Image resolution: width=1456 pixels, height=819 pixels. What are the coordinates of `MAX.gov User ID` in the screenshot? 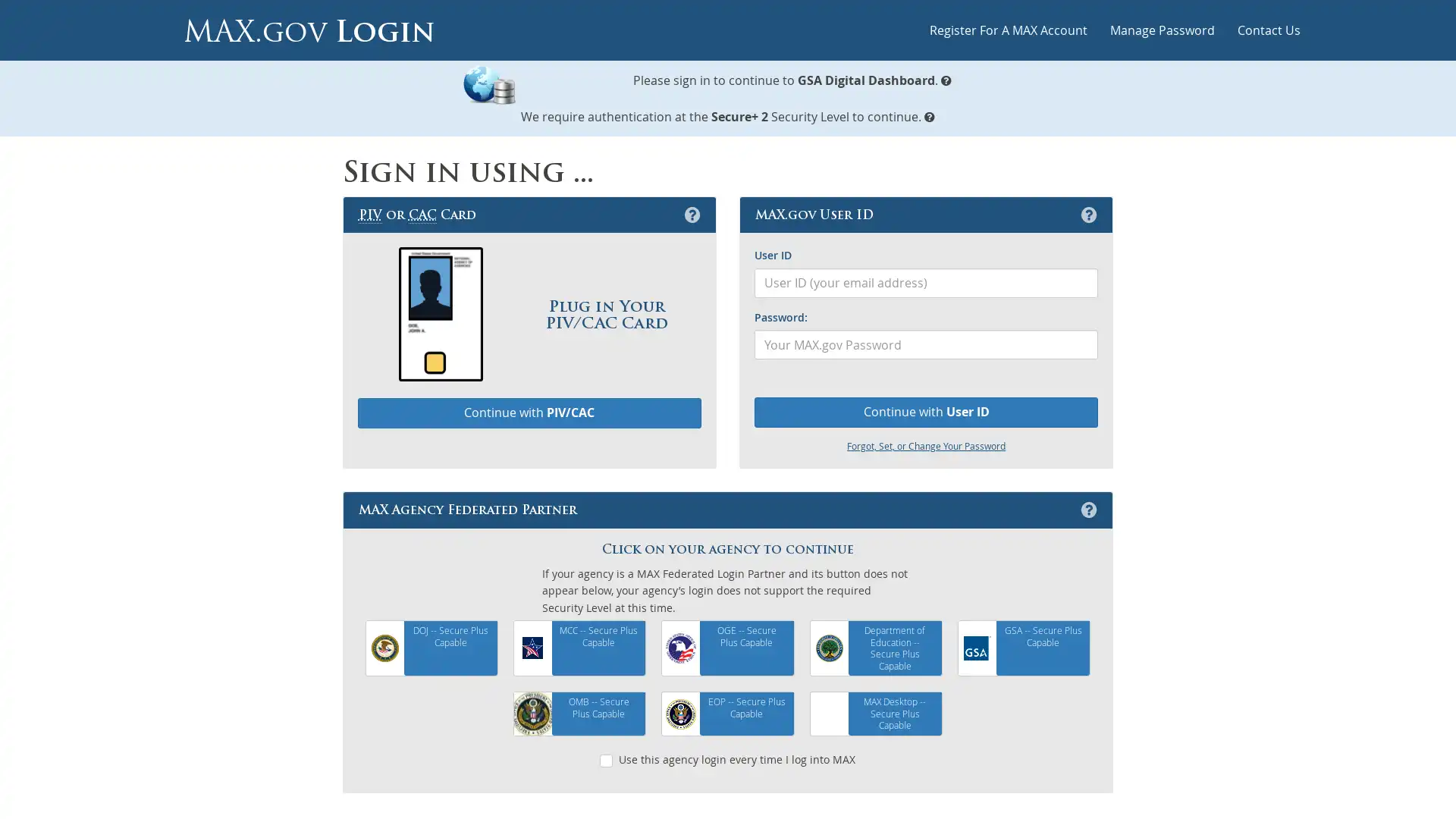 It's located at (1088, 213).